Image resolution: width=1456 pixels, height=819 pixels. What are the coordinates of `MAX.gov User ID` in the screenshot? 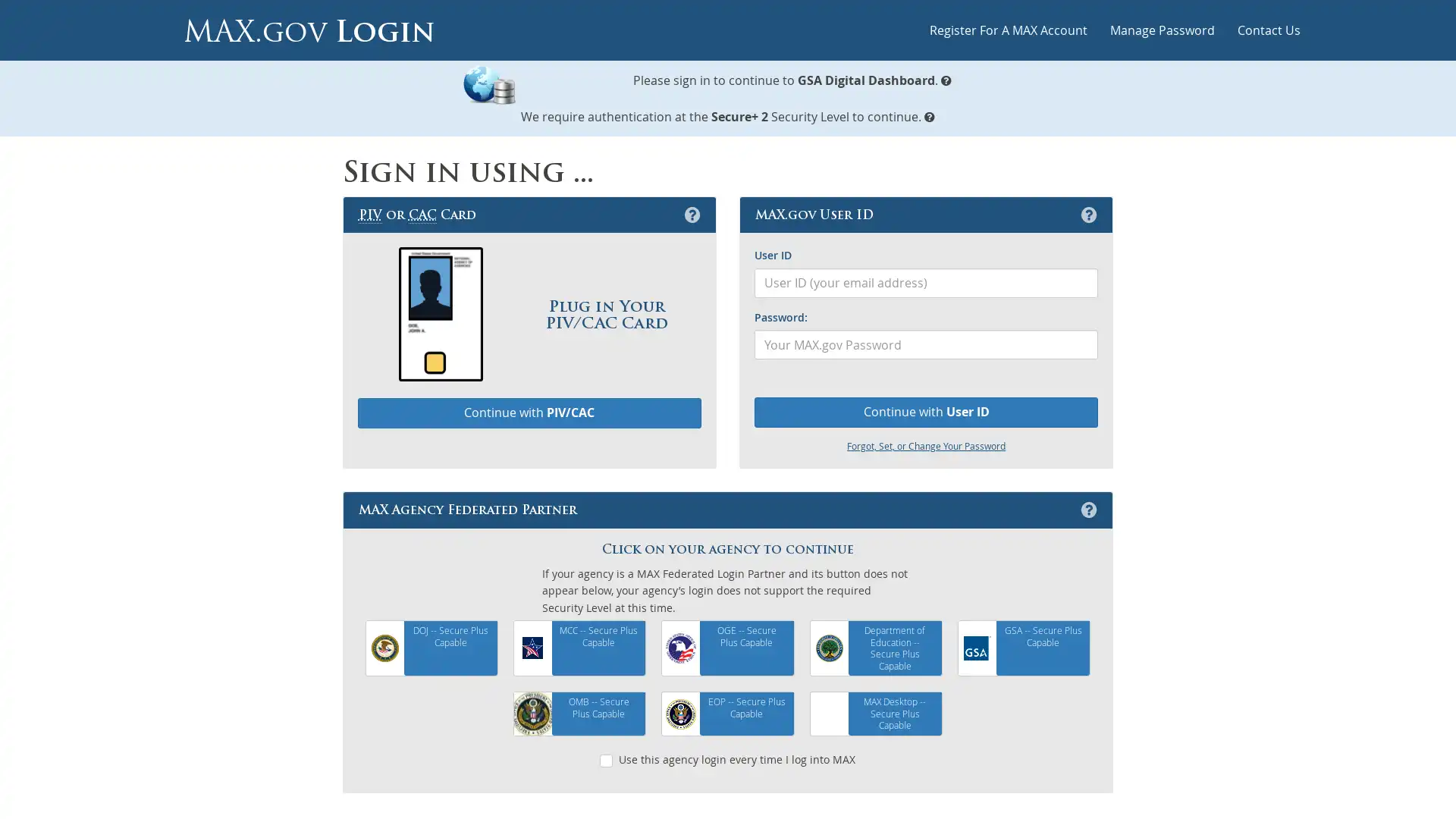 It's located at (1088, 213).